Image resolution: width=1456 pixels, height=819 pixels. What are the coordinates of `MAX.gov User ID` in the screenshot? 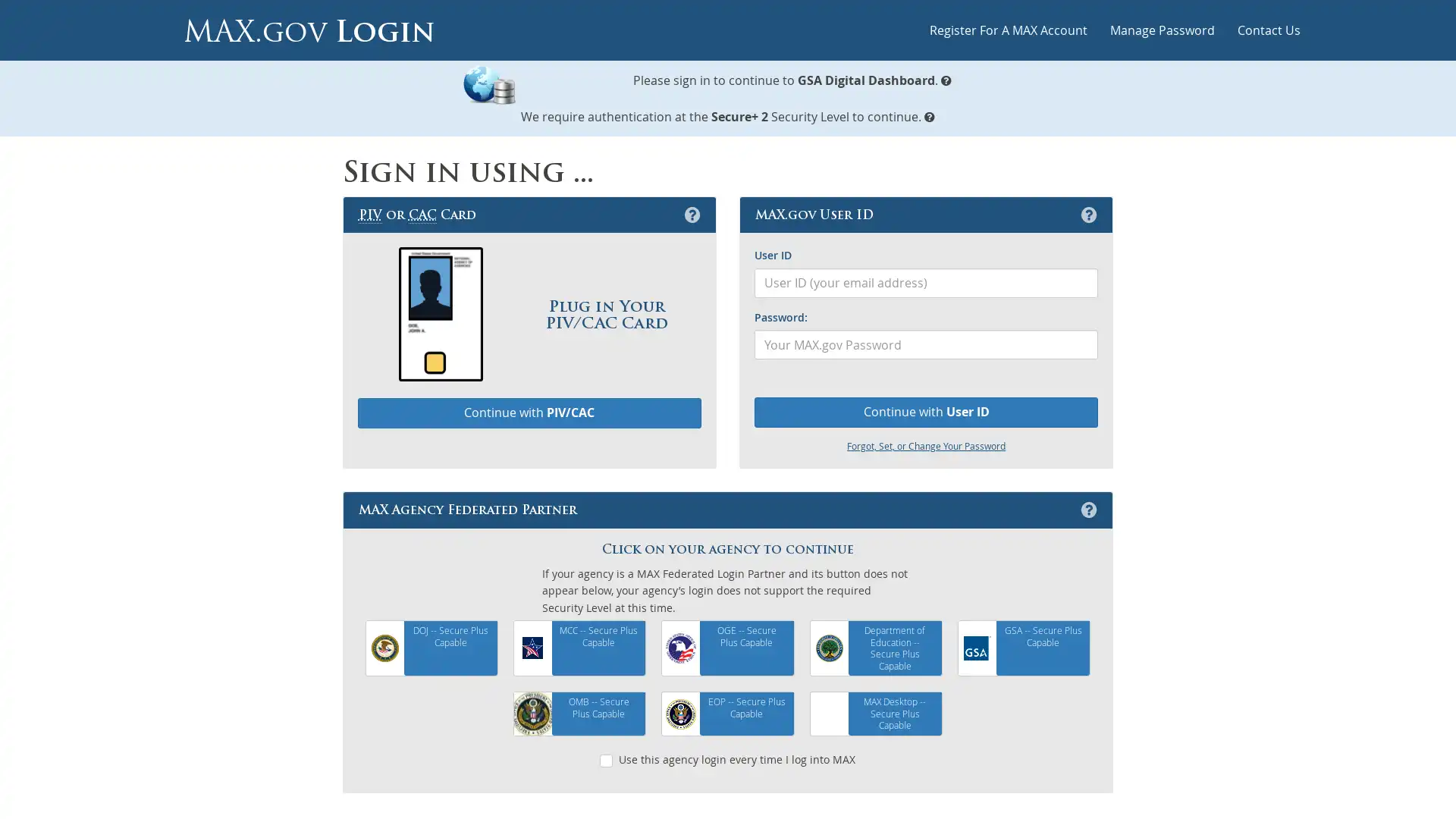 It's located at (1088, 213).